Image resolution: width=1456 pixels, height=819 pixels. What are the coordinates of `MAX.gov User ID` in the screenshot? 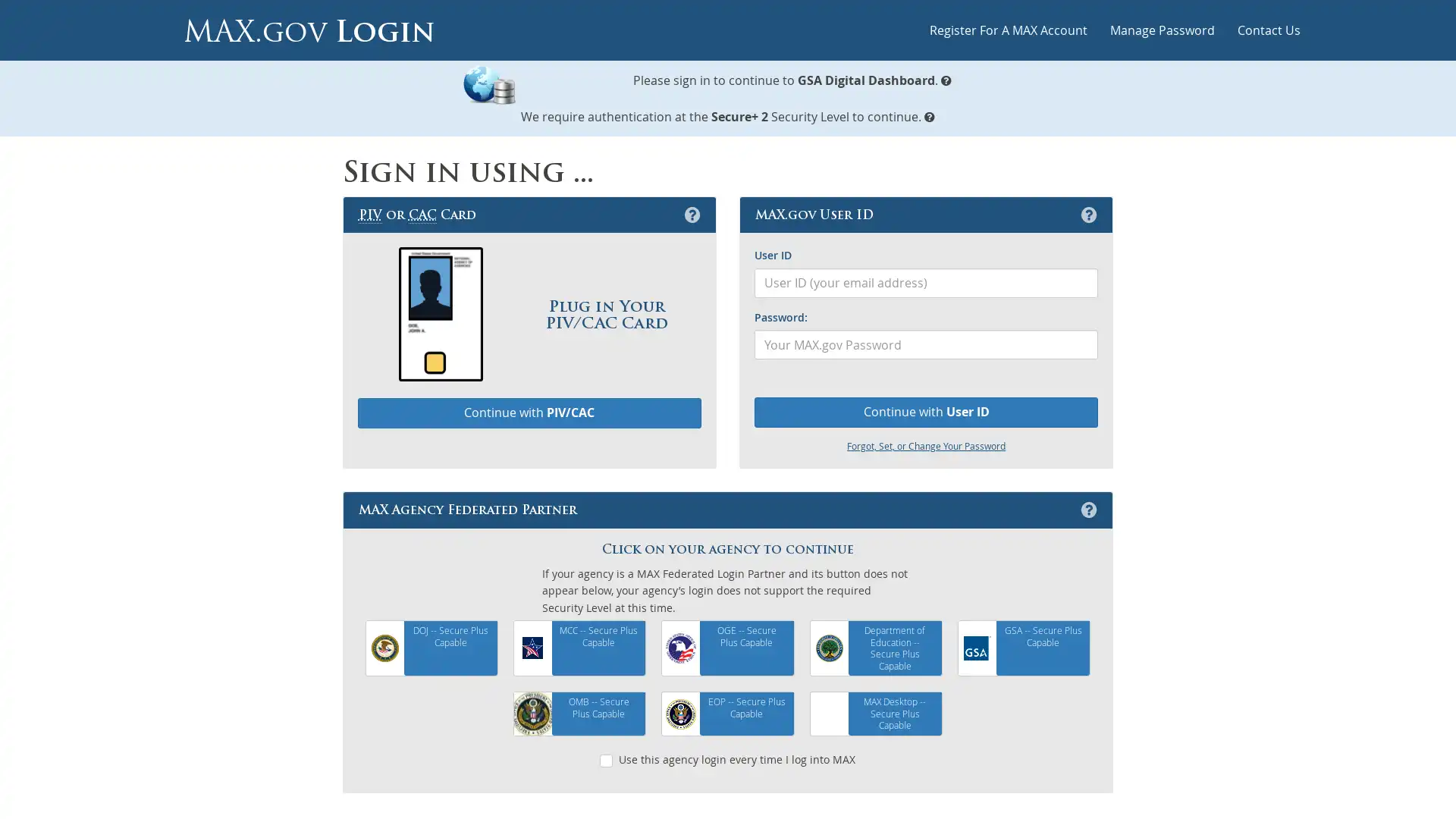 It's located at (1088, 213).